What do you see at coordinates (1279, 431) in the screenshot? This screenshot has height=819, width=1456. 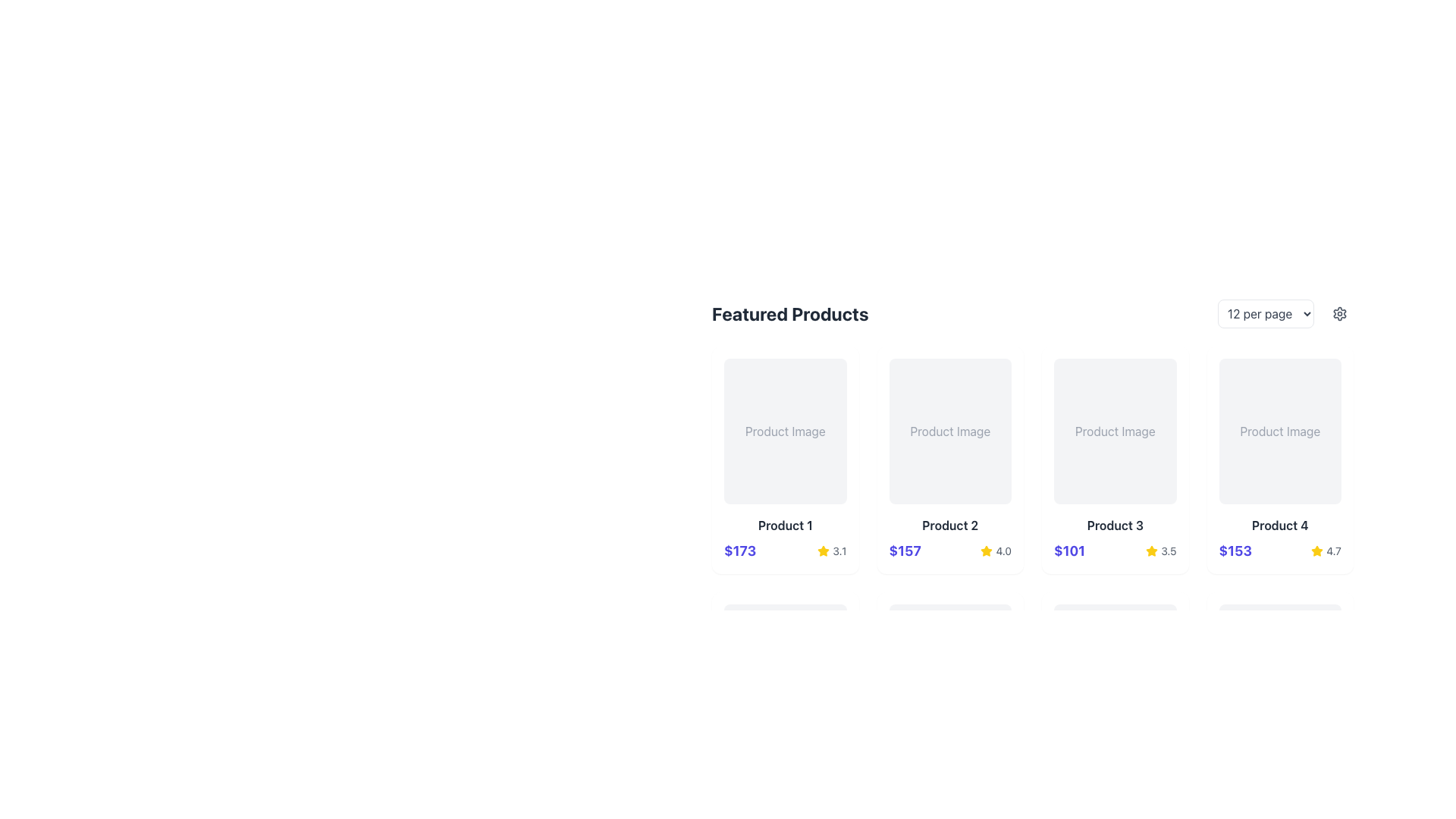 I see `the static text label 'Product Image' located inside the fourth card in the top-right area of the interface, which represents the absence of an actual product image` at bounding box center [1279, 431].